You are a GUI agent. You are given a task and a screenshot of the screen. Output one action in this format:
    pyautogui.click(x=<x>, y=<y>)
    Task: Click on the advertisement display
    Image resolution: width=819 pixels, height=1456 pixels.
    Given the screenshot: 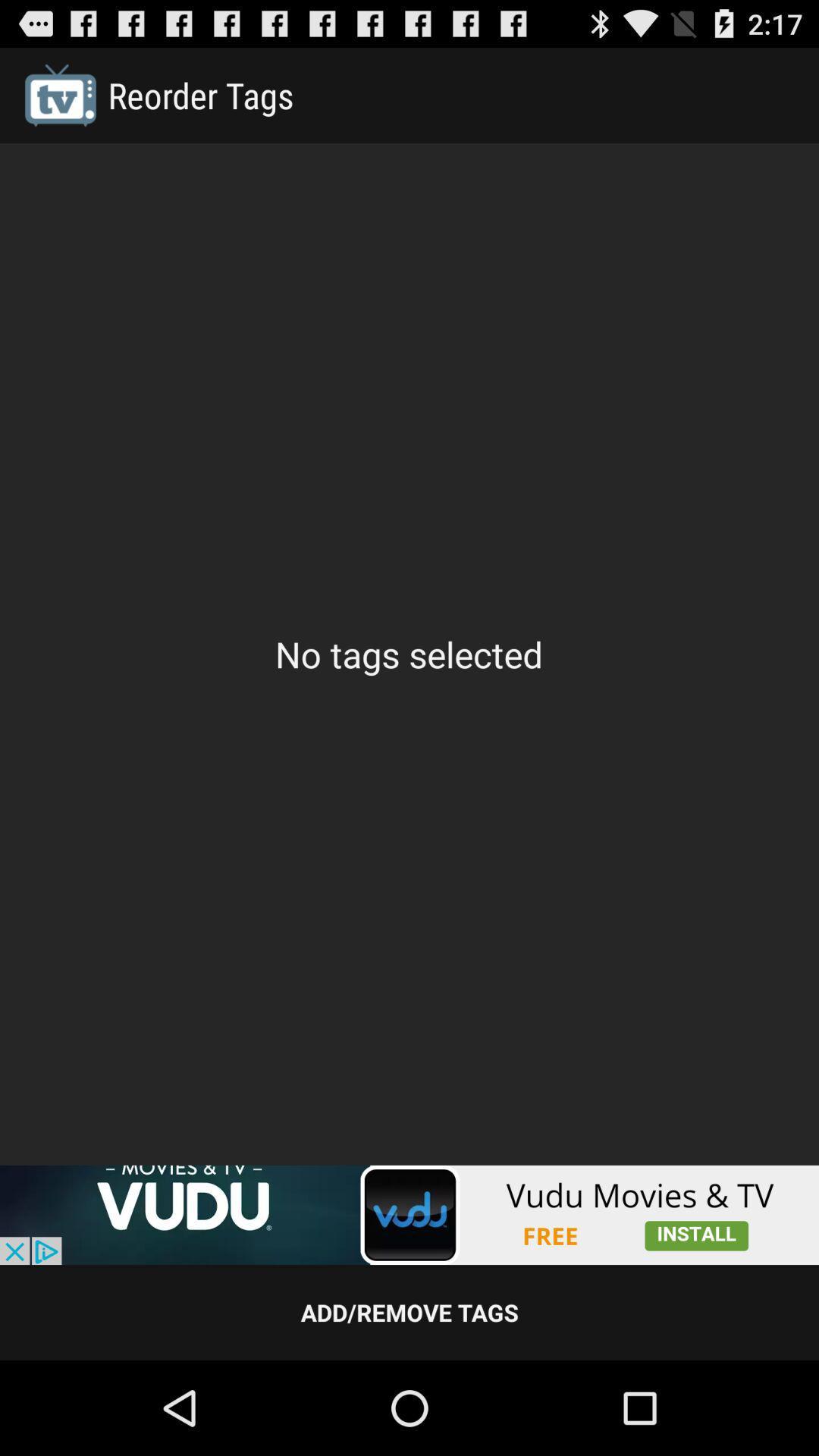 What is the action you would take?
    pyautogui.click(x=409, y=1215)
    